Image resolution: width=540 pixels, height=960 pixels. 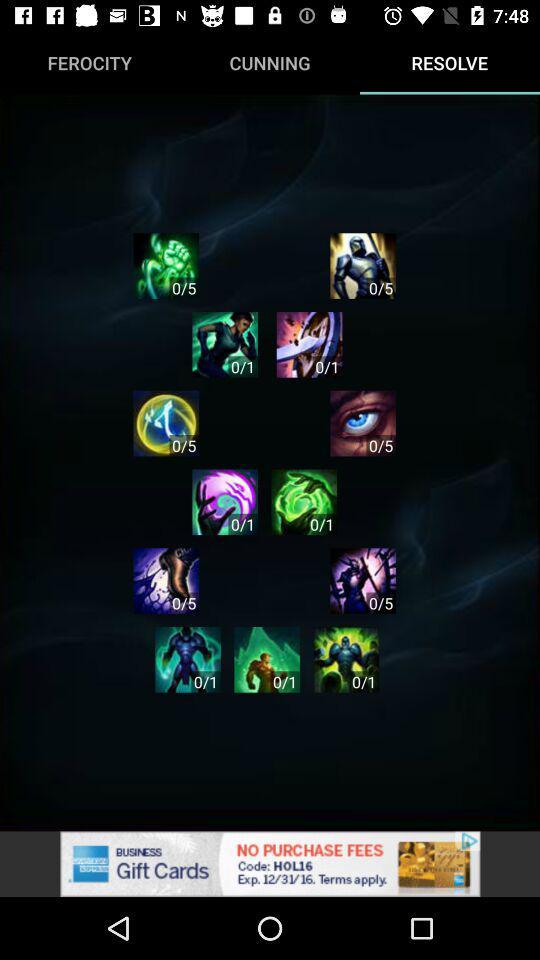 I want to click on the avatar icon, so click(x=267, y=658).